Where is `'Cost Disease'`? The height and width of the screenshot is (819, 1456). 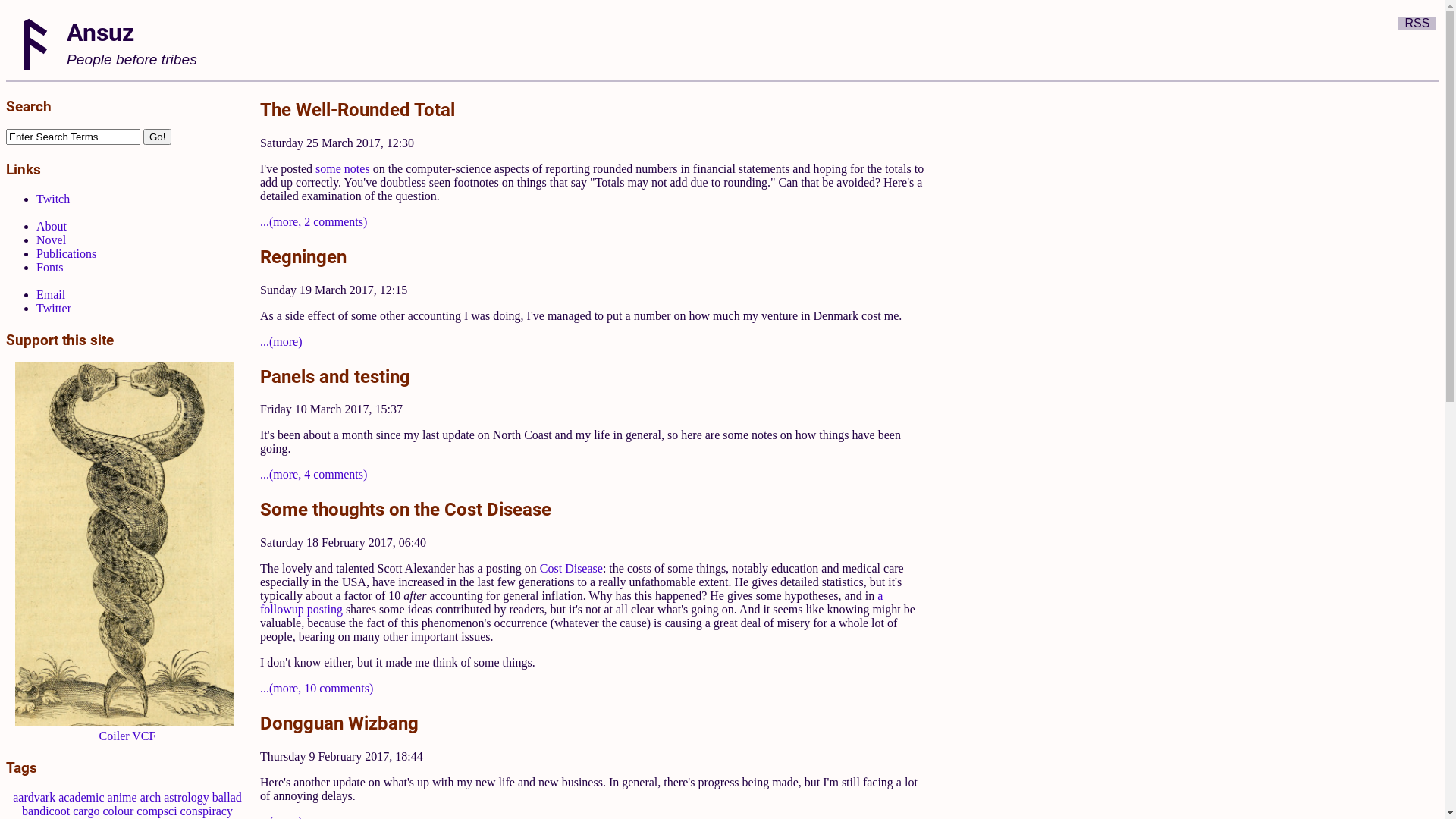
'Cost Disease' is located at coordinates (570, 568).